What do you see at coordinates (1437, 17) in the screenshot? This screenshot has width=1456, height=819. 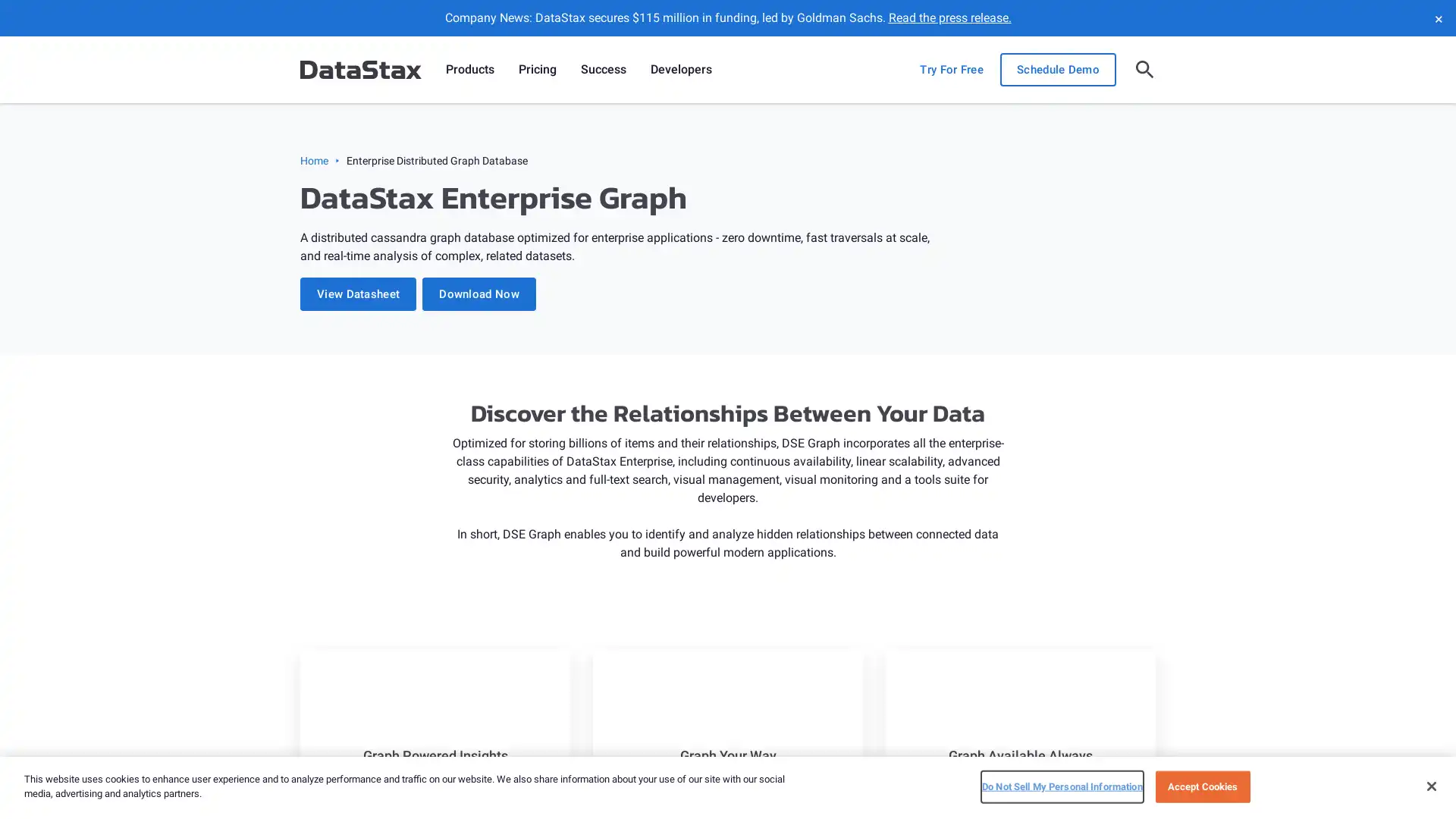 I see `Dismiss` at bounding box center [1437, 17].